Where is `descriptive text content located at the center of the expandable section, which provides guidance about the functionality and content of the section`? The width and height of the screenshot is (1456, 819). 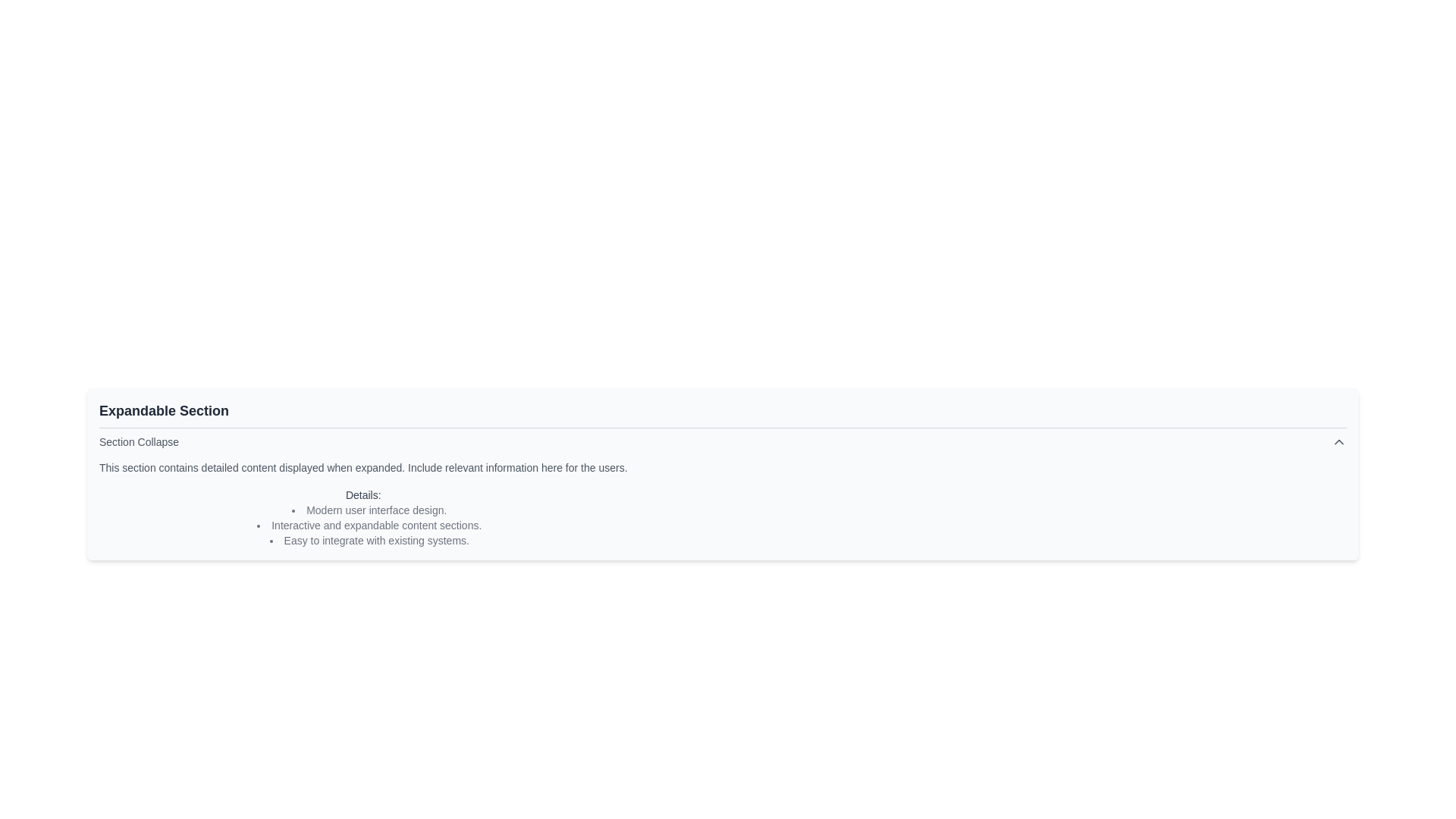 descriptive text content located at the center of the expandable section, which provides guidance about the functionality and content of the section is located at coordinates (362, 467).